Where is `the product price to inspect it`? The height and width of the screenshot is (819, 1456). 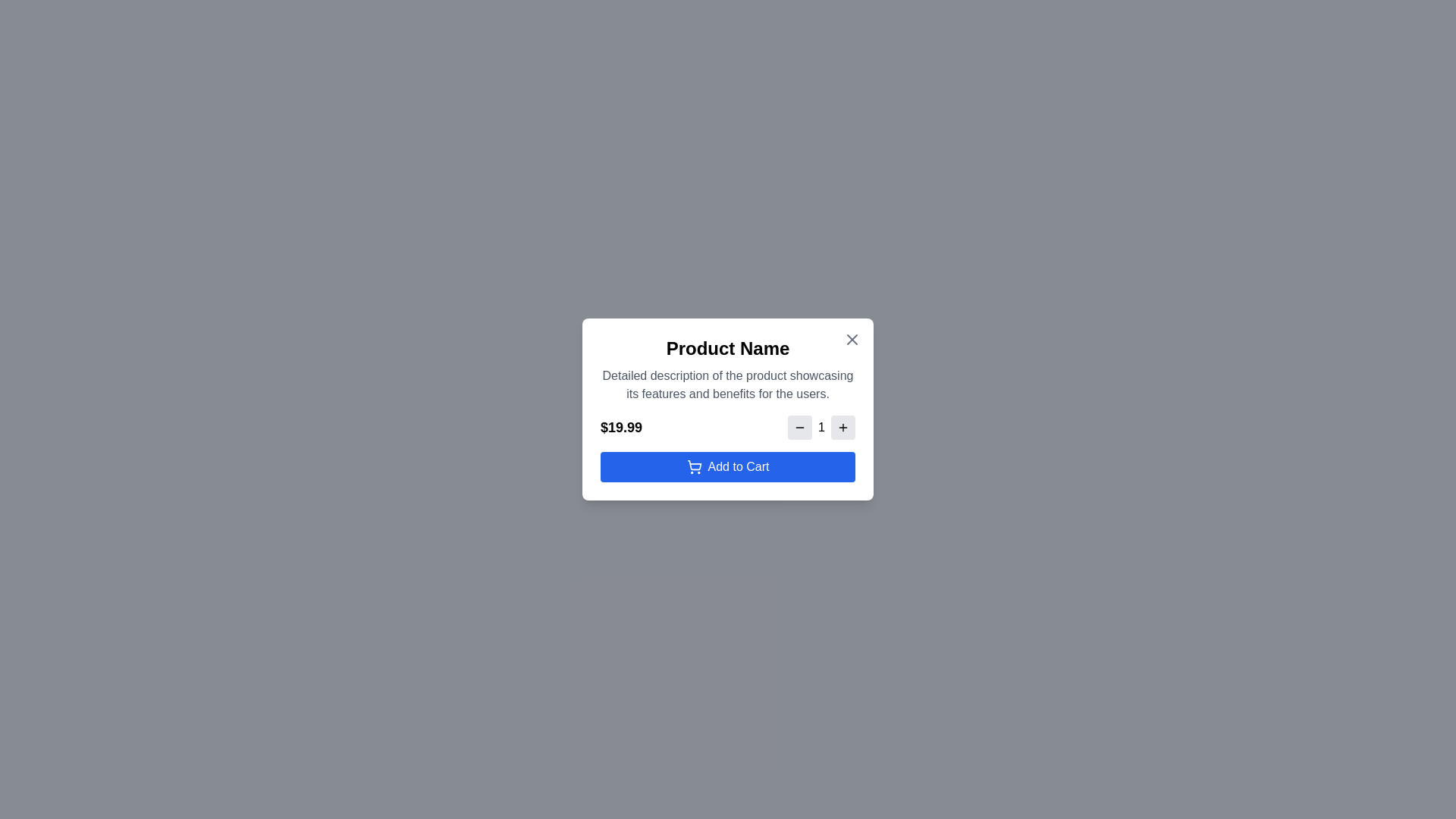 the product price to inspect it is located at coordinates (621, 427).